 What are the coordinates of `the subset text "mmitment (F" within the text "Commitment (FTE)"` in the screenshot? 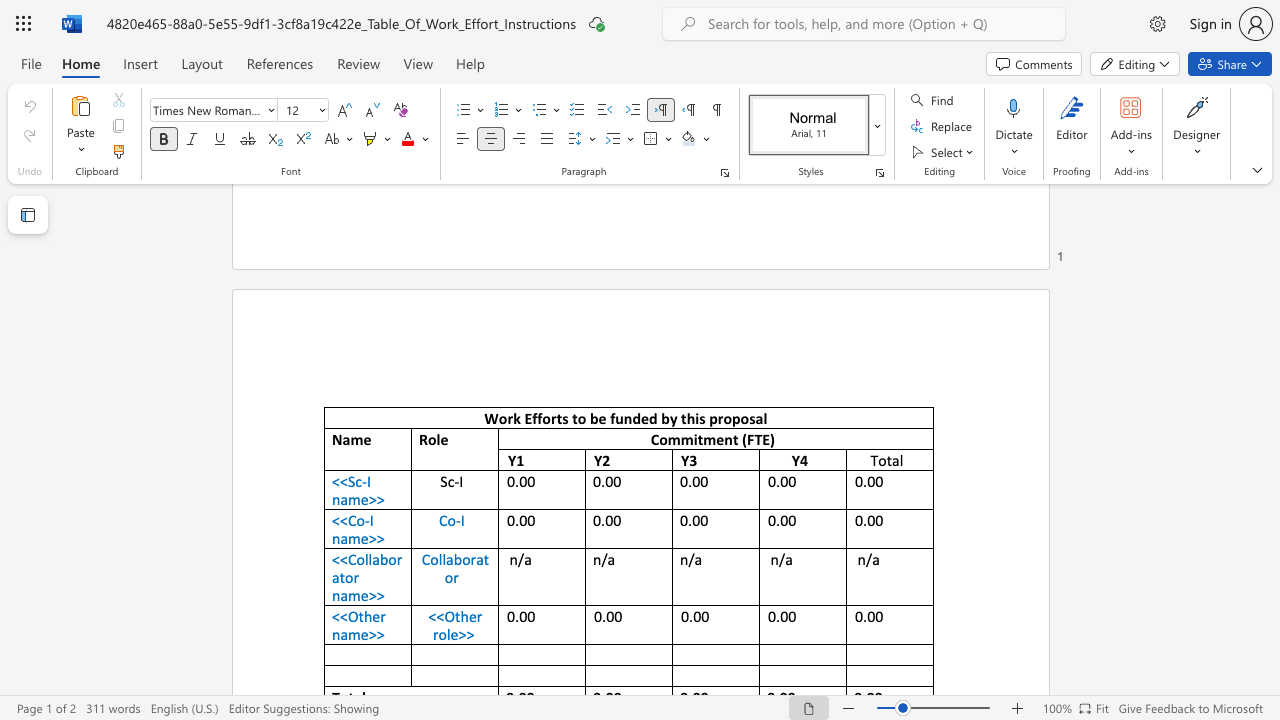 It's located at (667, 438).